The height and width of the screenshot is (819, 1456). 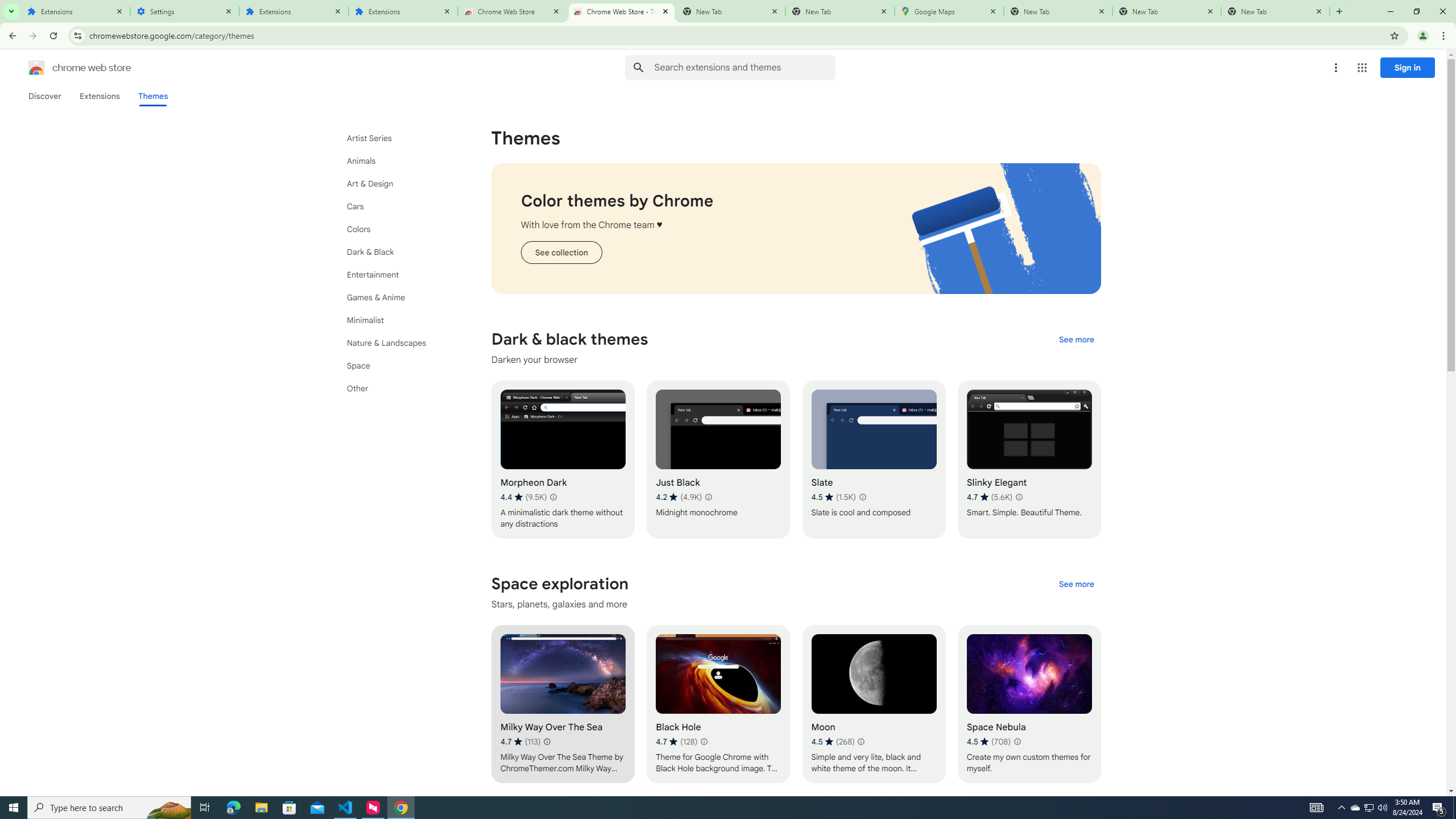 I want to click on 'Learn more about results and reviews "Slinky Elegant"', so click(x=1017, y=497).